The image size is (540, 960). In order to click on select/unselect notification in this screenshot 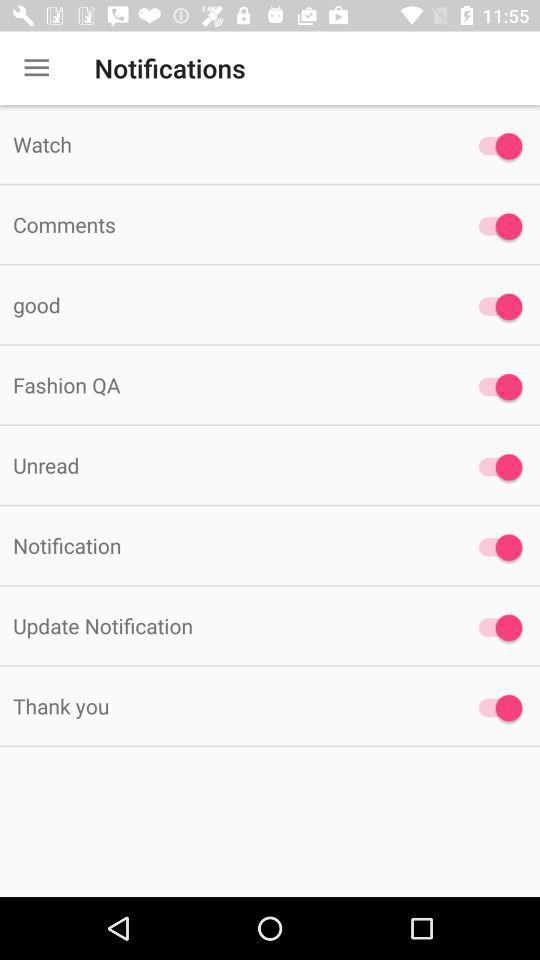, I will do `click(494, 306)`.